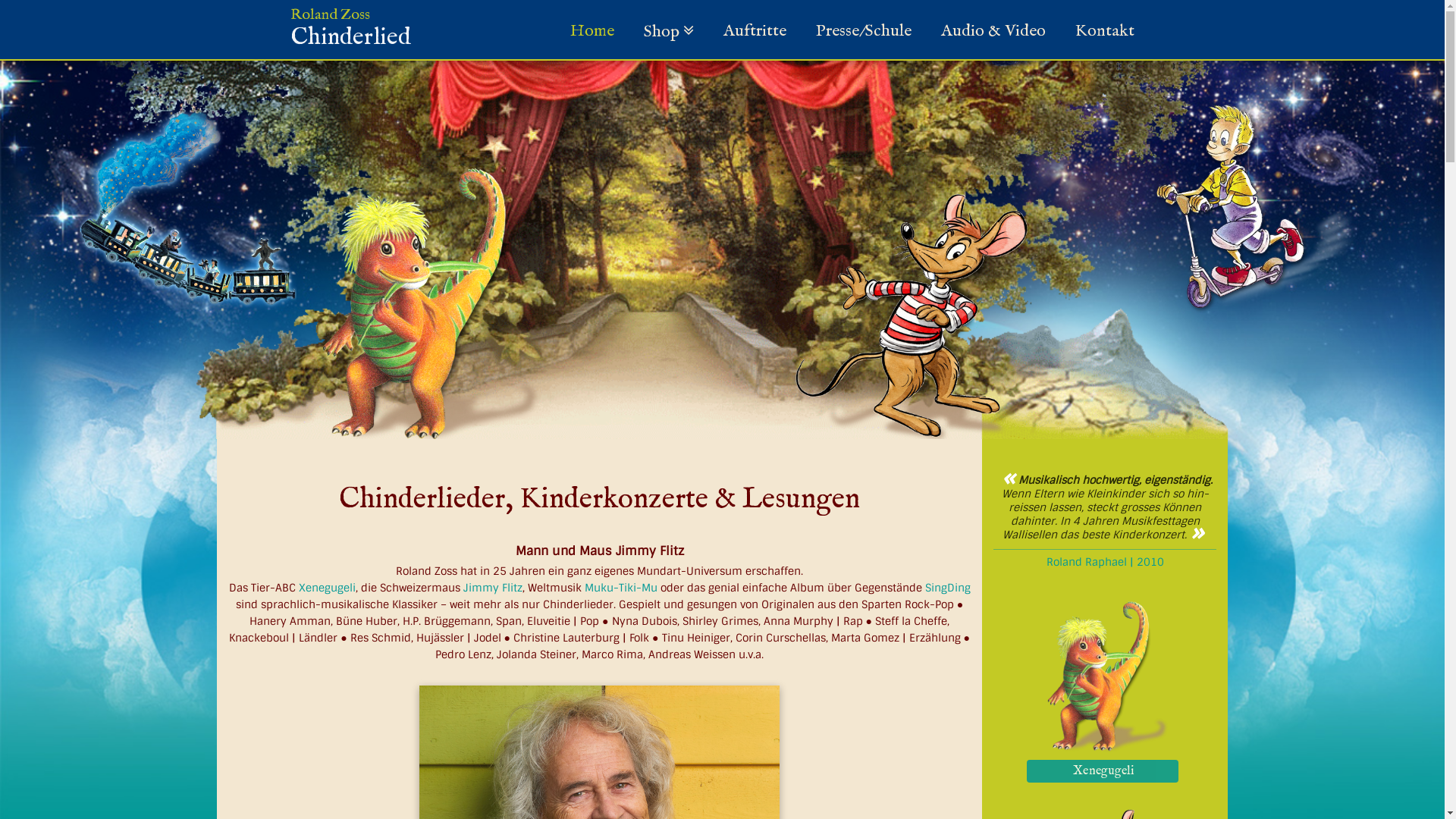 Image resolution: width=1456 pixels, height=819 pixels. What do you see at coordinates (993, 31) in the screenshot?
I see `'Audio & Video'` at bounding box center [993, 31].